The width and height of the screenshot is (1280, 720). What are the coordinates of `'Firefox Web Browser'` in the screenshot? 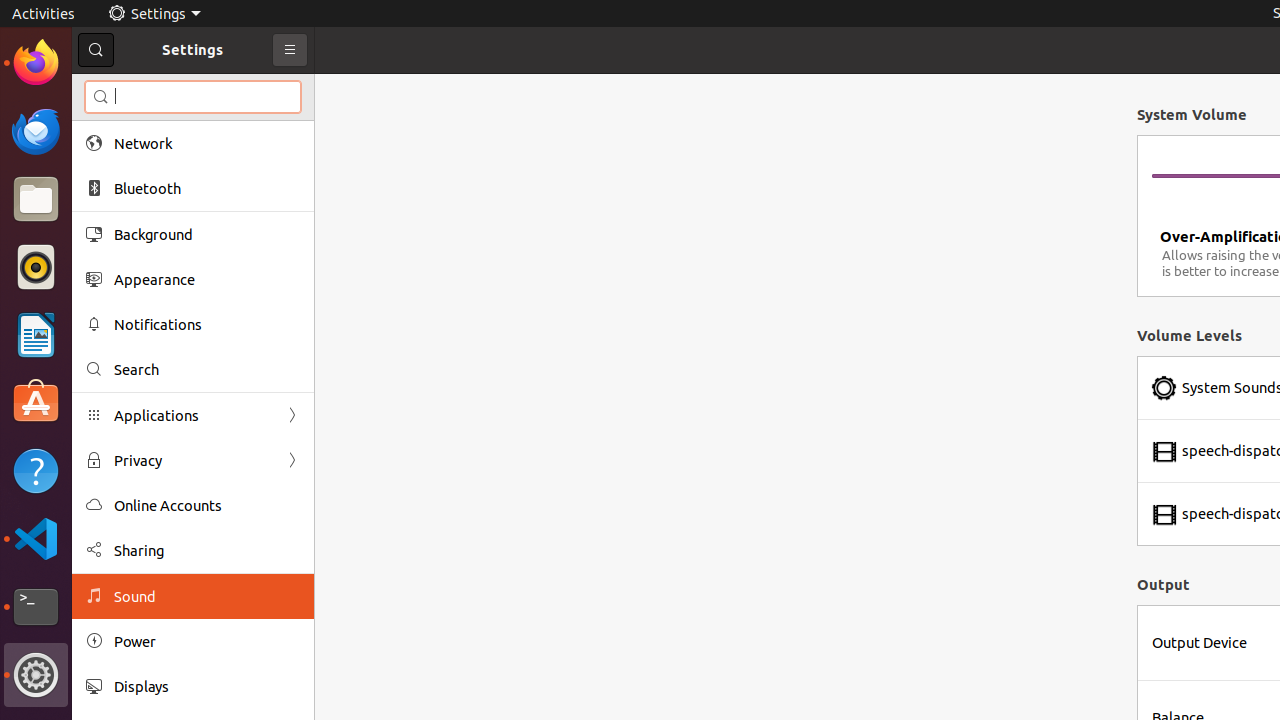 It's located at (35, 61).